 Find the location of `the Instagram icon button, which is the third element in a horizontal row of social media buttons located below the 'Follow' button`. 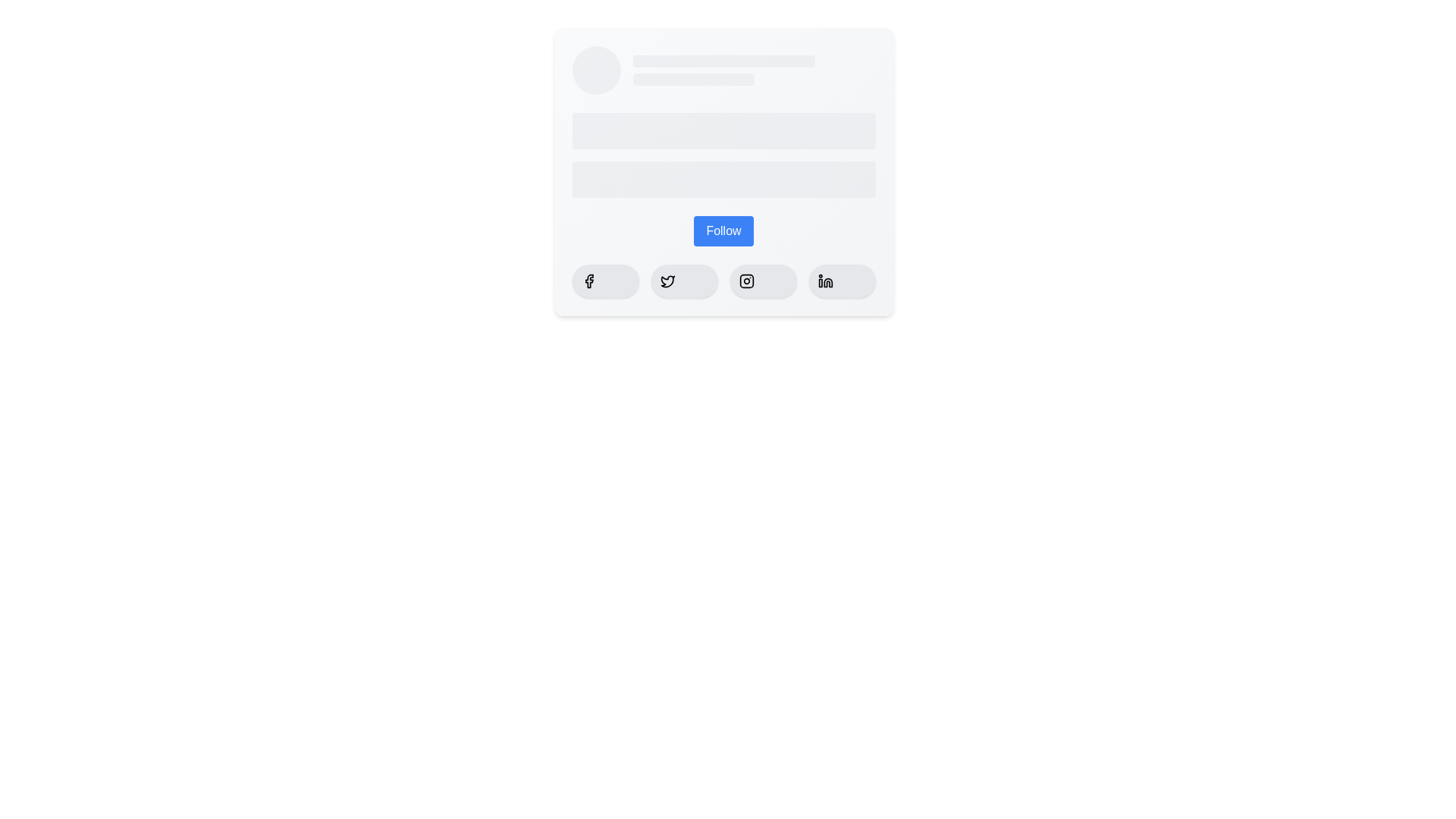

the Instagram icon button, which is the third element in a horizontal row of social media buttons located below the 'Follow' button is located at coordinates (746, 281).